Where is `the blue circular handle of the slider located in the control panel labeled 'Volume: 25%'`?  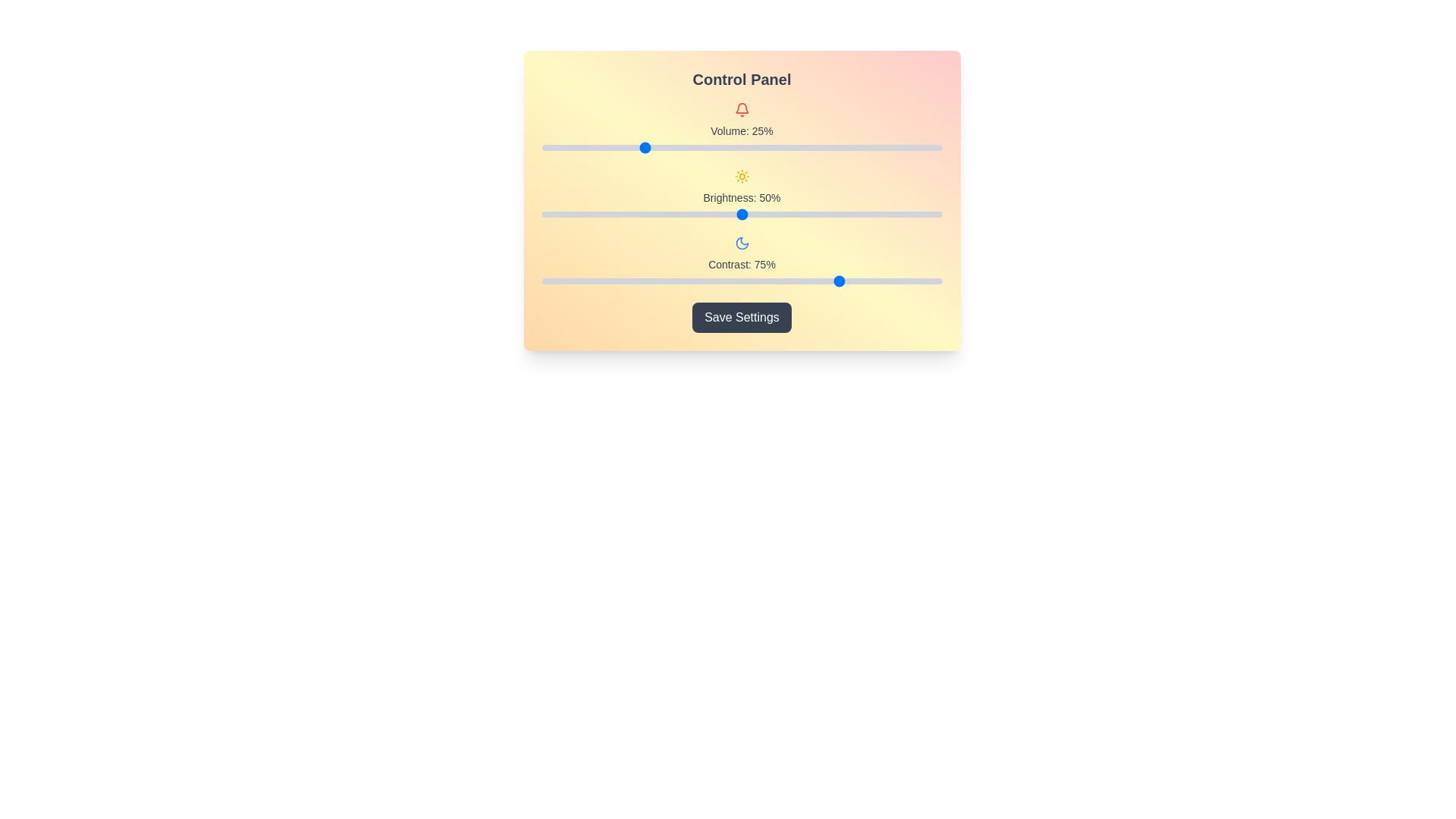
the blue circular handle of the slider located in the control panel labeled 'Volume: 25%' is located at coordinates (742, 148).